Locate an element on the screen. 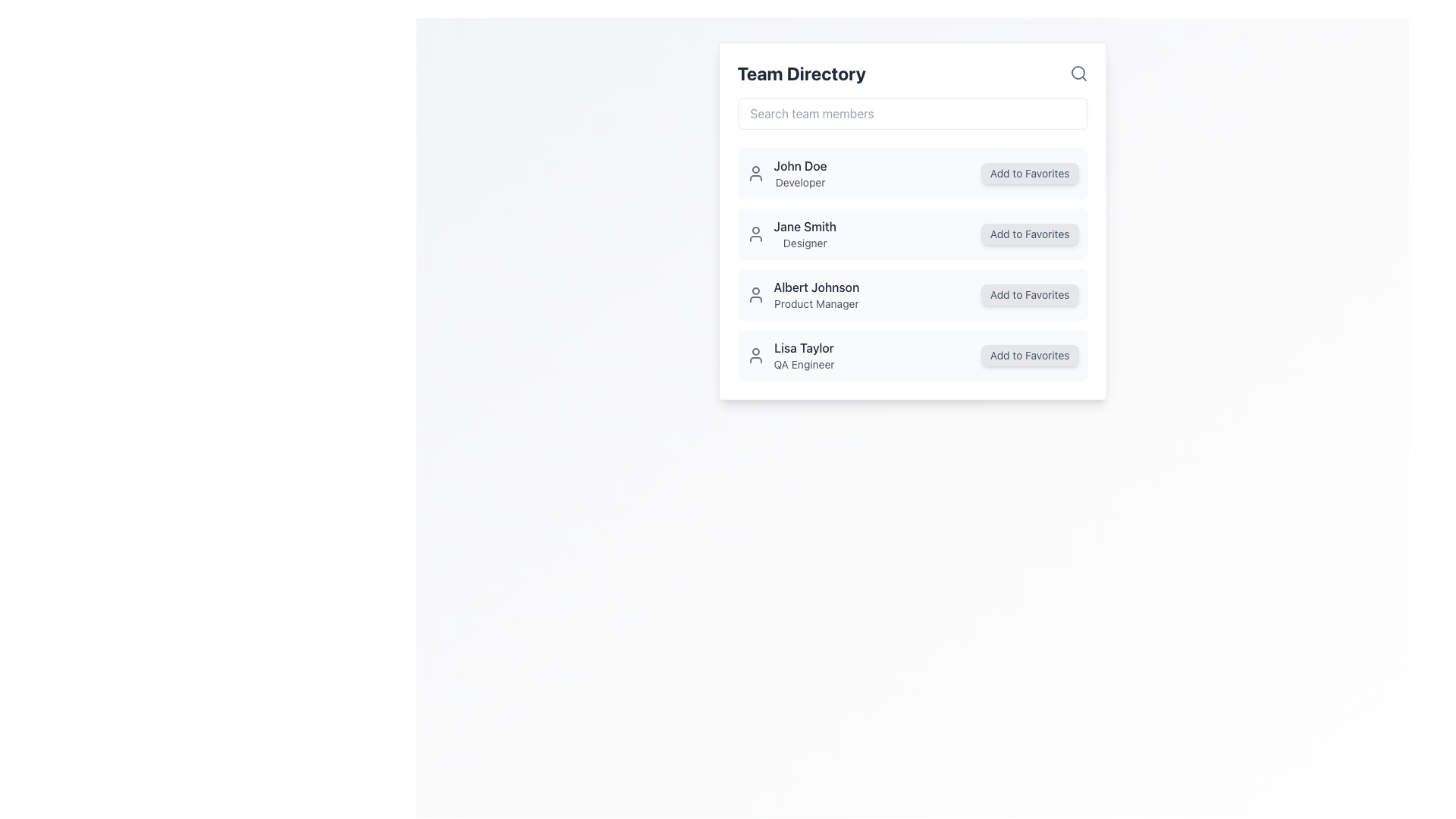 The height and width of the screenshot is (819, 1456). the Text Display Unit that displays 'Lisa Taylor' as the top line and 'QA Engineer' as the bottom line, located in the Team Directory interface is located at coordinates (803, 356).